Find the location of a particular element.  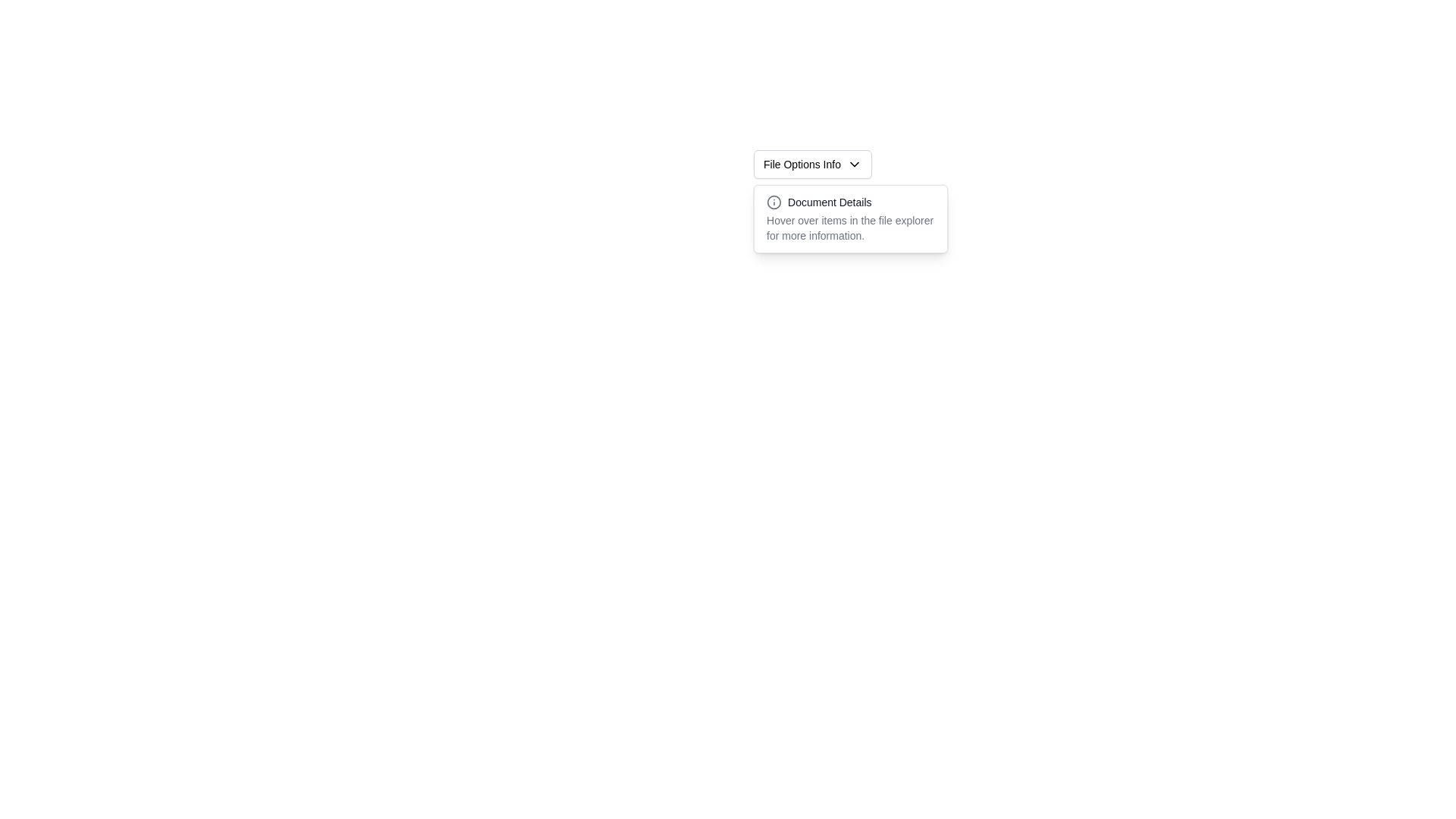

the 'Document Details' icon located within the dropdown menu, which visually represents the option for accessing document information is located at coordinates (774, 201).